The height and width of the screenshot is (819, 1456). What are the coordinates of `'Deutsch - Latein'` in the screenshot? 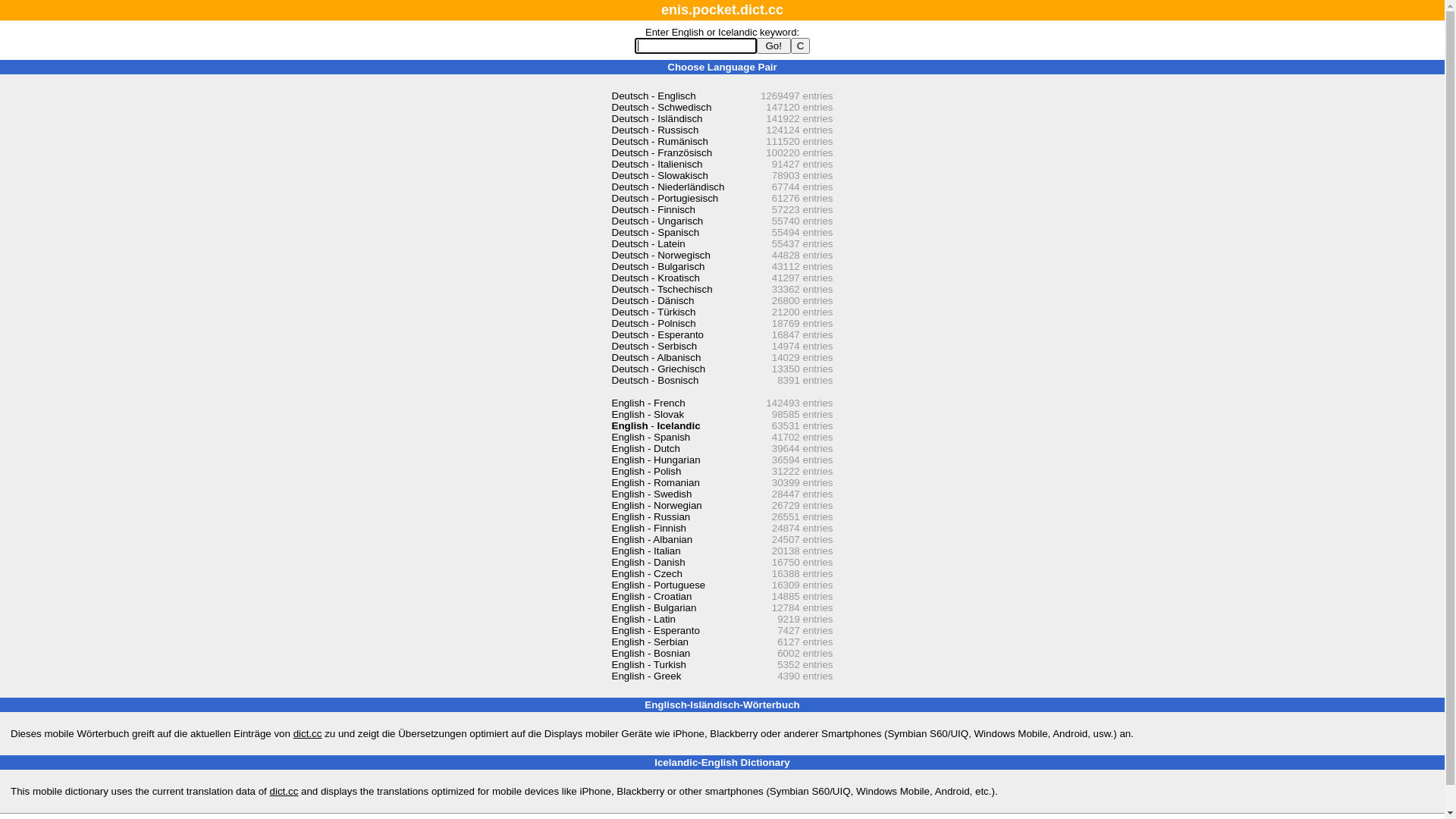 It's located at (648, 243).